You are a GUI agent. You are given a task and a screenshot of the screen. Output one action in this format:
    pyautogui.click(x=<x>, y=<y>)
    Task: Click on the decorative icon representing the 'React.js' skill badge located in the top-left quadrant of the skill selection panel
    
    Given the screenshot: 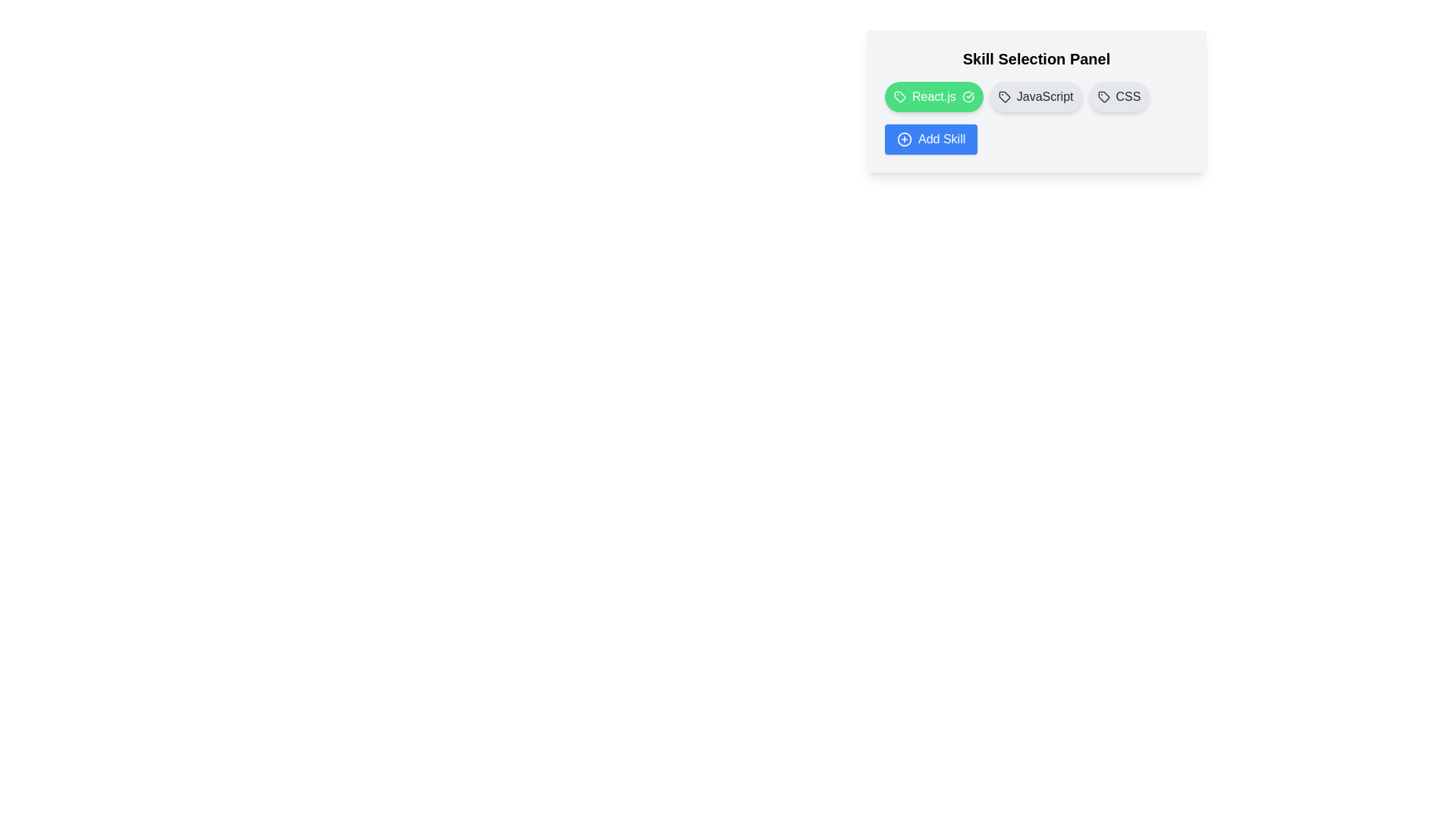 What is the action you would take?
    pyautogui.click(x=899, y=96)
    